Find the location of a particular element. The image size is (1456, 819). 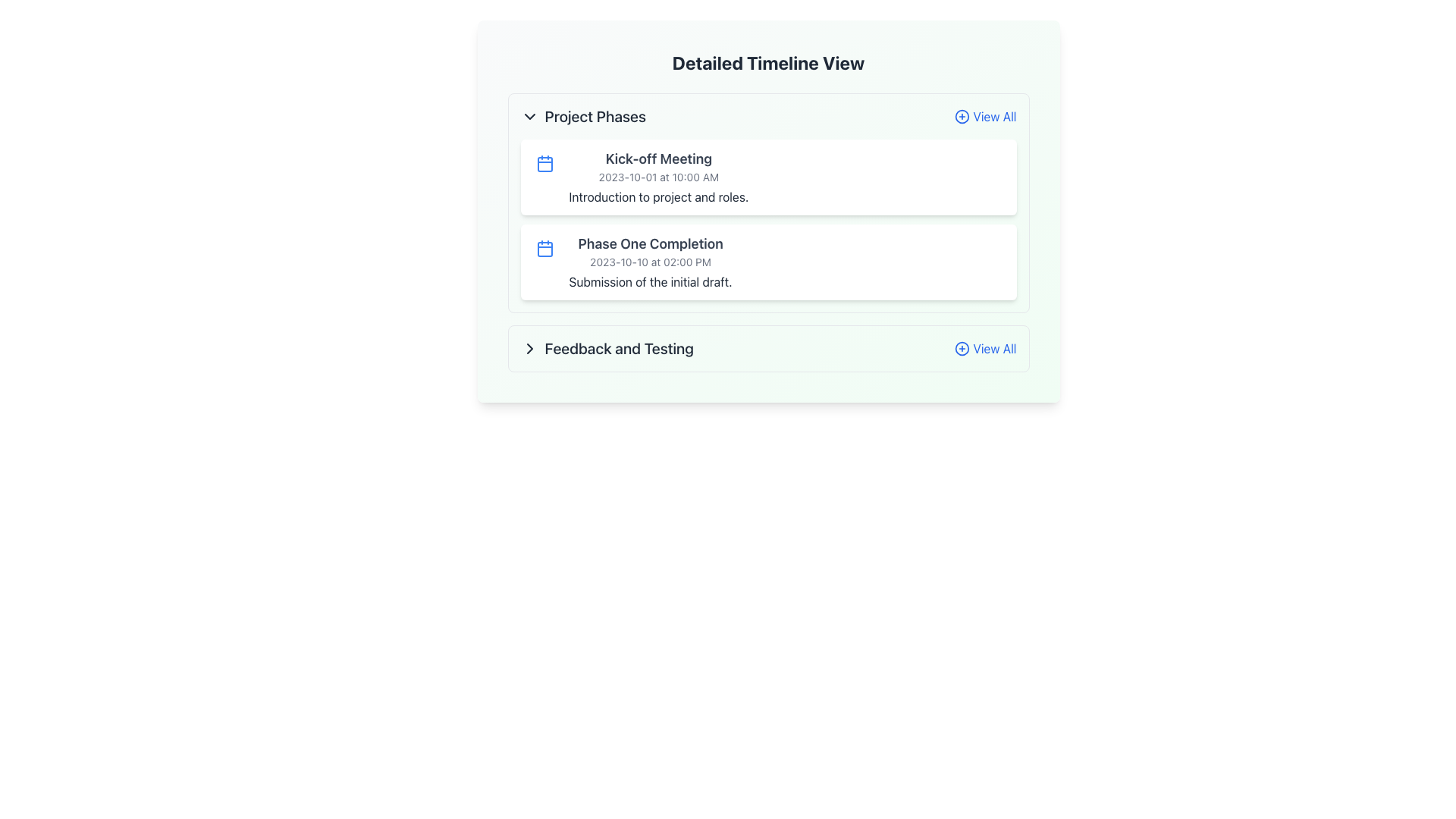

the interactive icon located on the leftmost side of the 'Feedback and Testing' label is located at coordinates (529, 348).